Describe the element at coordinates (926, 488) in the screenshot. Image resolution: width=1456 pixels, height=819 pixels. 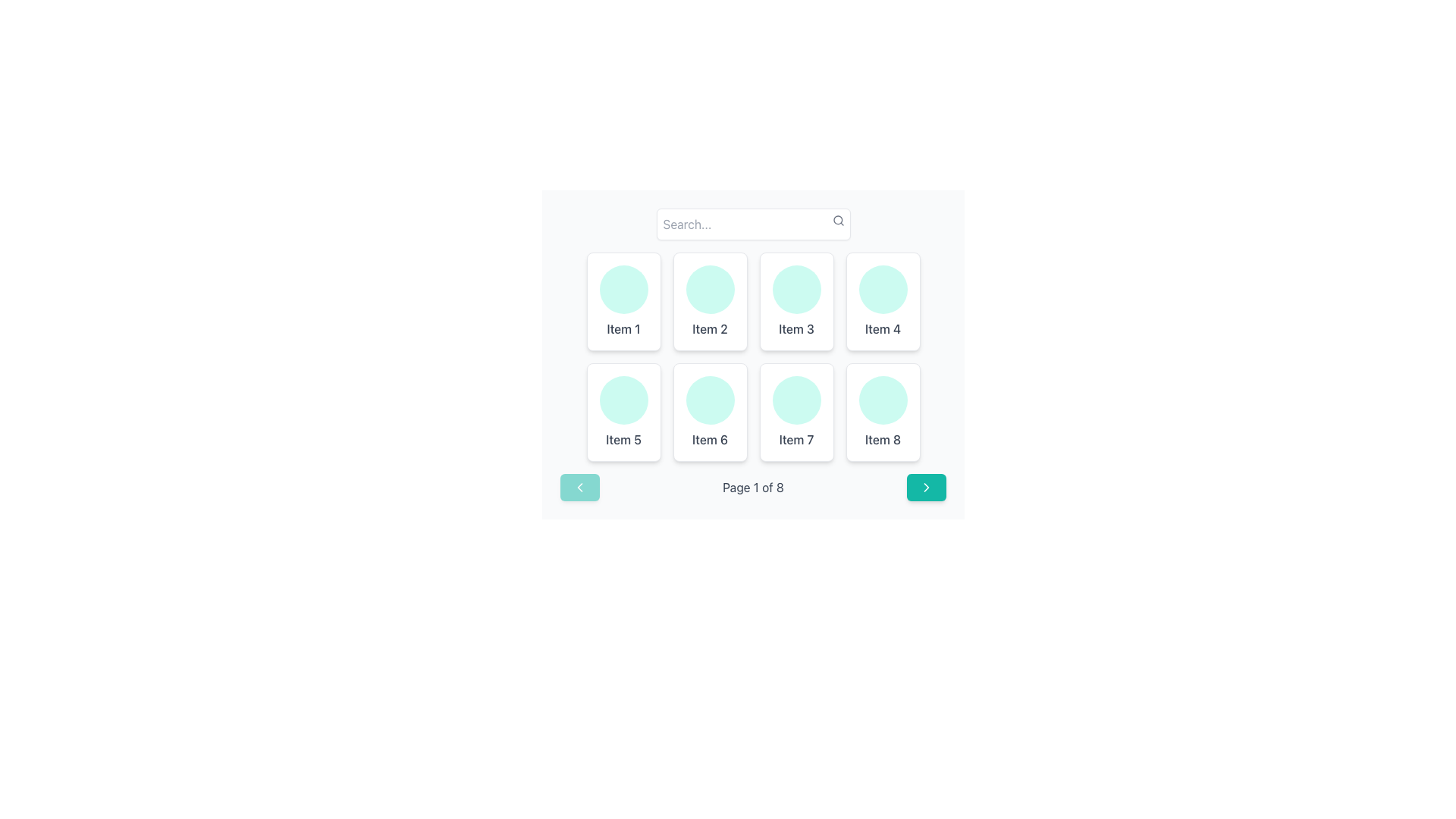
I see `the right-pointing chevron arrow icon located within the teal navigational button at the bottom right corner of the interface` at that location.